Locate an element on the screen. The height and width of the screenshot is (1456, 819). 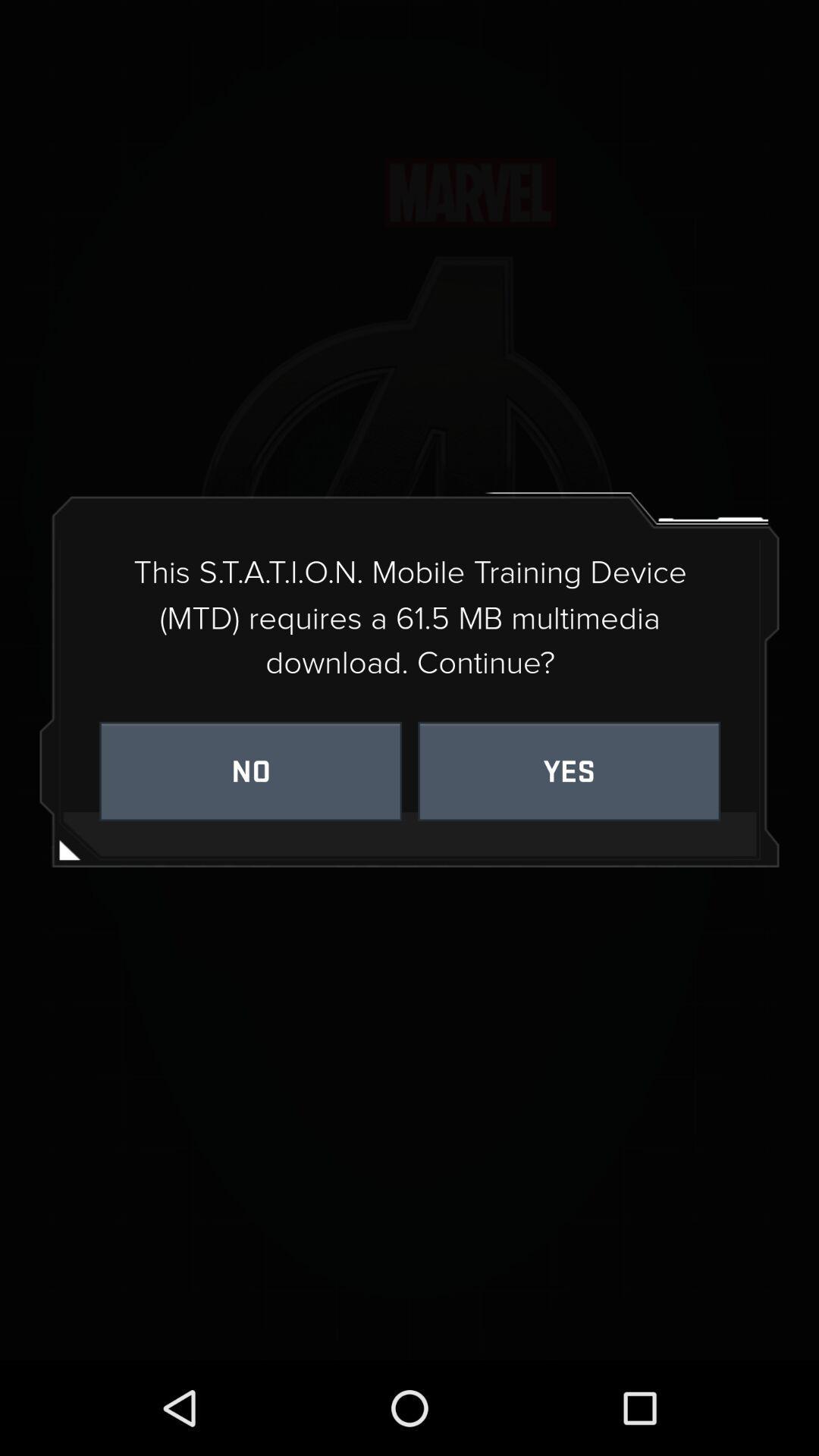
the item next to yes icon is located at coordinates (249, 771).